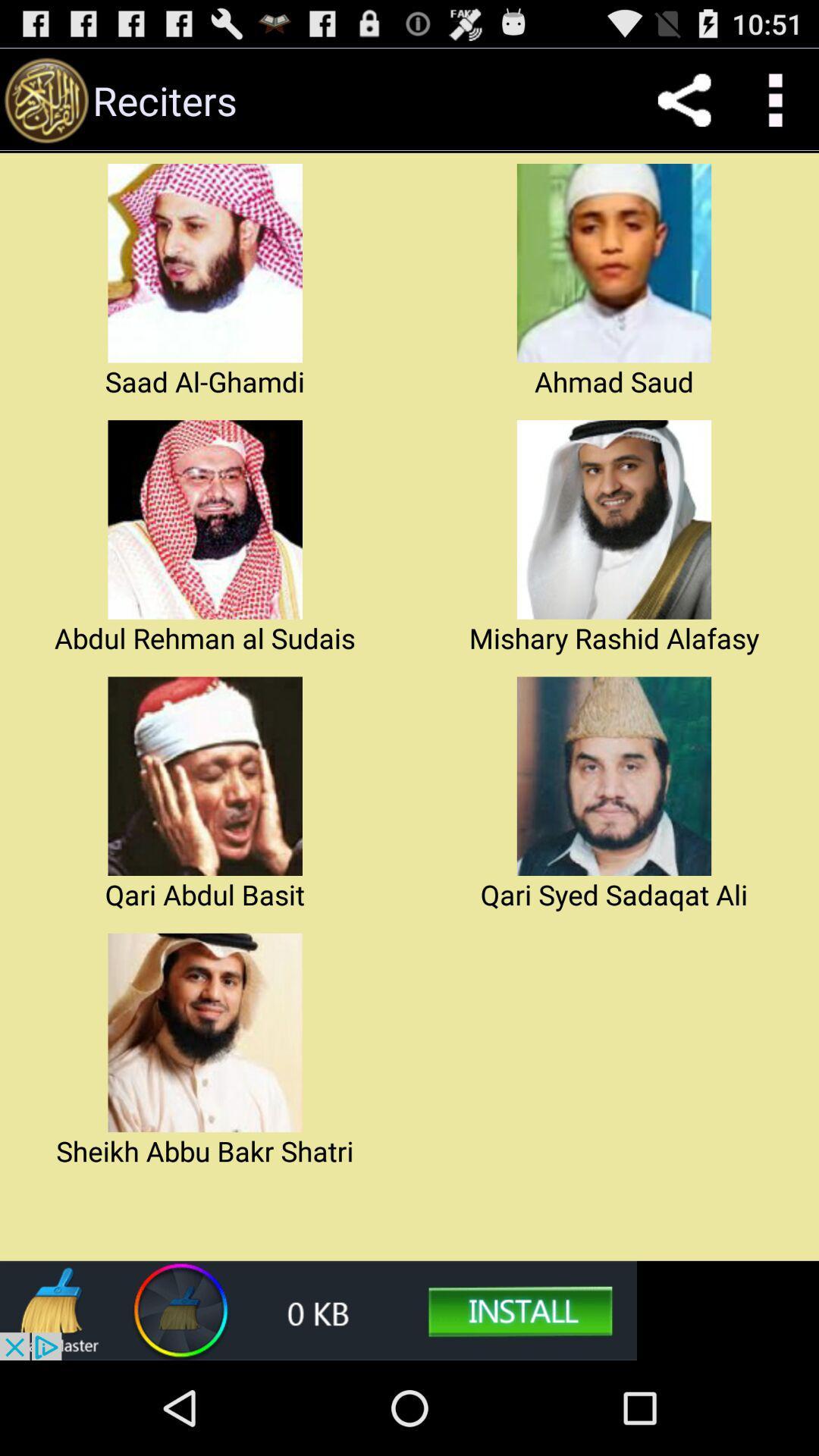 This screenshot has height=1456, width=819. Describe the element at coordinates (773, 99) in the screenshot. I see `for setting` at that location.